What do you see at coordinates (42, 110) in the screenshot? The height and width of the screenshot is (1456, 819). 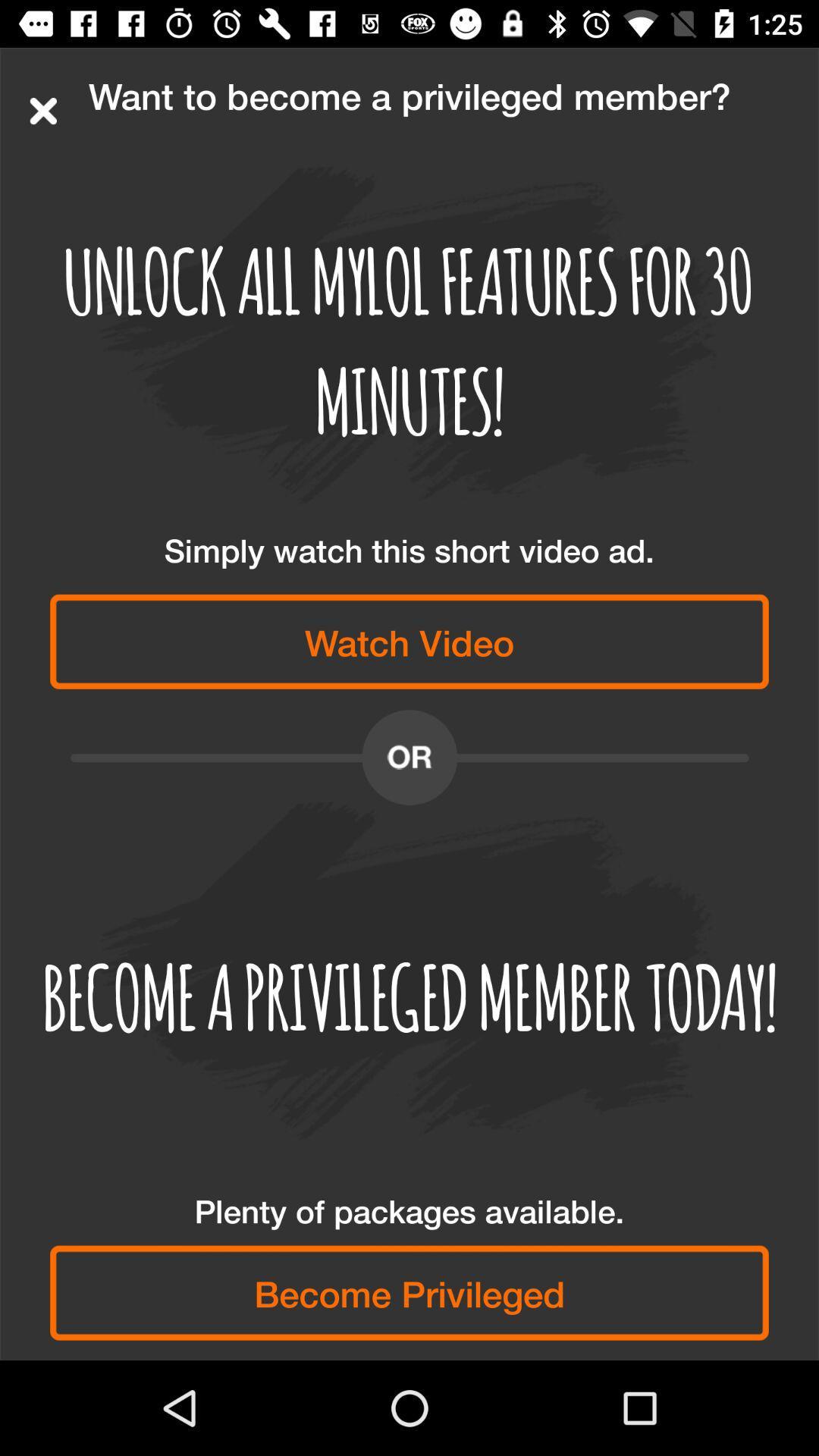 I see `exit` at bounding box center [42, 110].